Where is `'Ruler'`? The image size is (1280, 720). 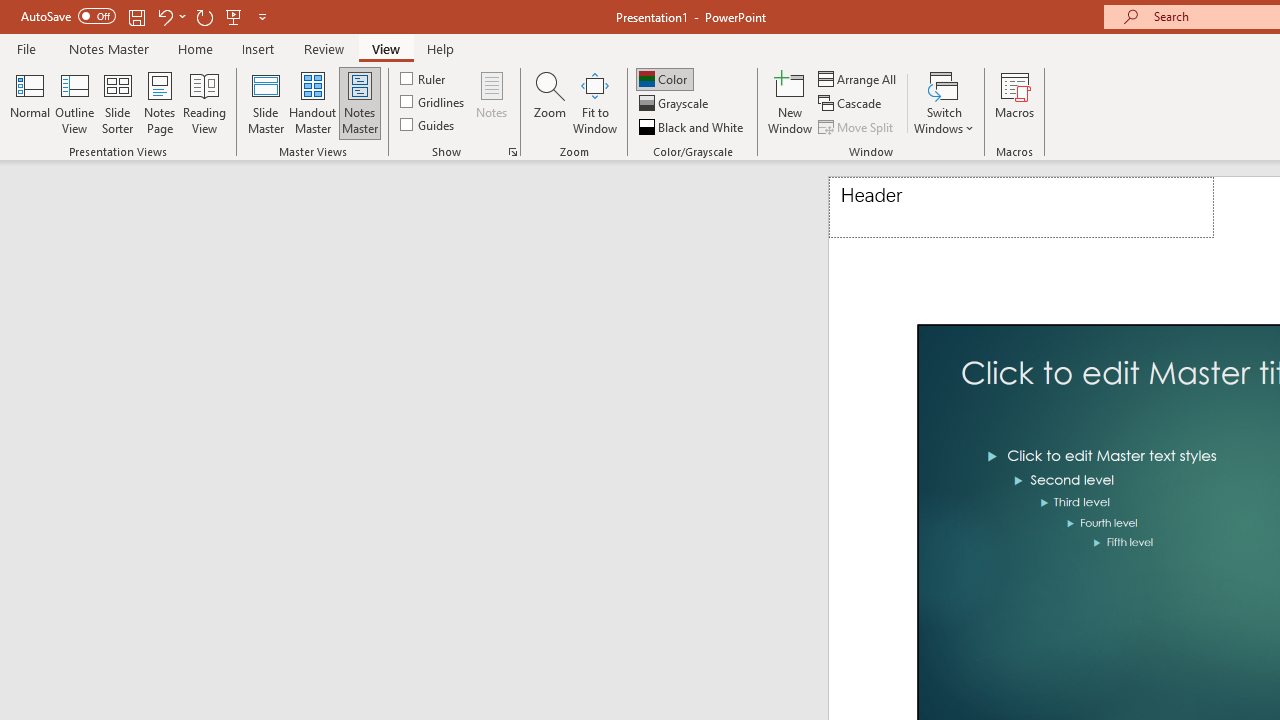
'Ruler' is located at coordinates (423, 77).